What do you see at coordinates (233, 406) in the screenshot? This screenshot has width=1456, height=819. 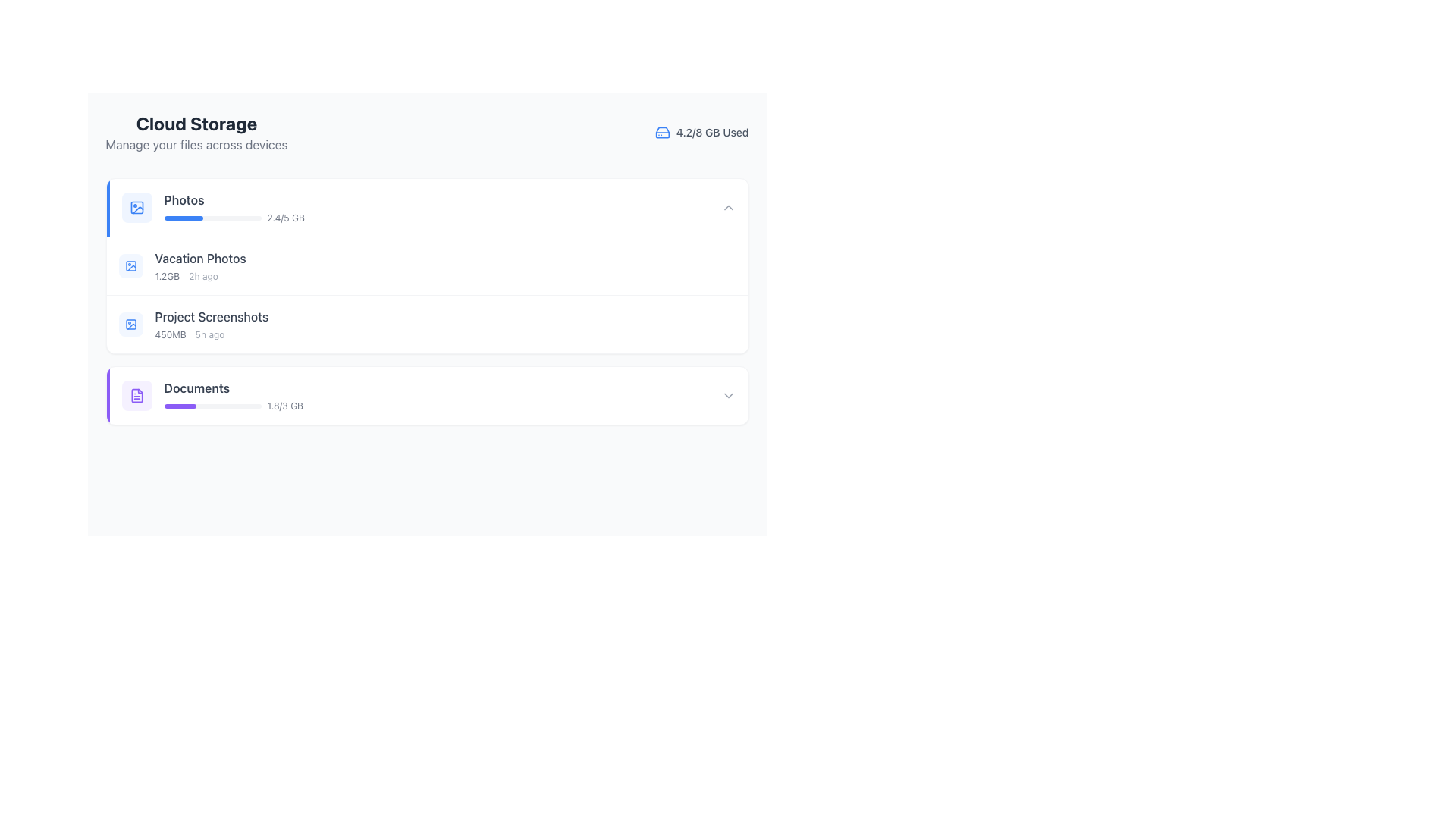 I see `displayed information from the Information display widget located beneath the title 'Documents' that visually conveys the amount of document storage used` at bounding box center [233, 406].